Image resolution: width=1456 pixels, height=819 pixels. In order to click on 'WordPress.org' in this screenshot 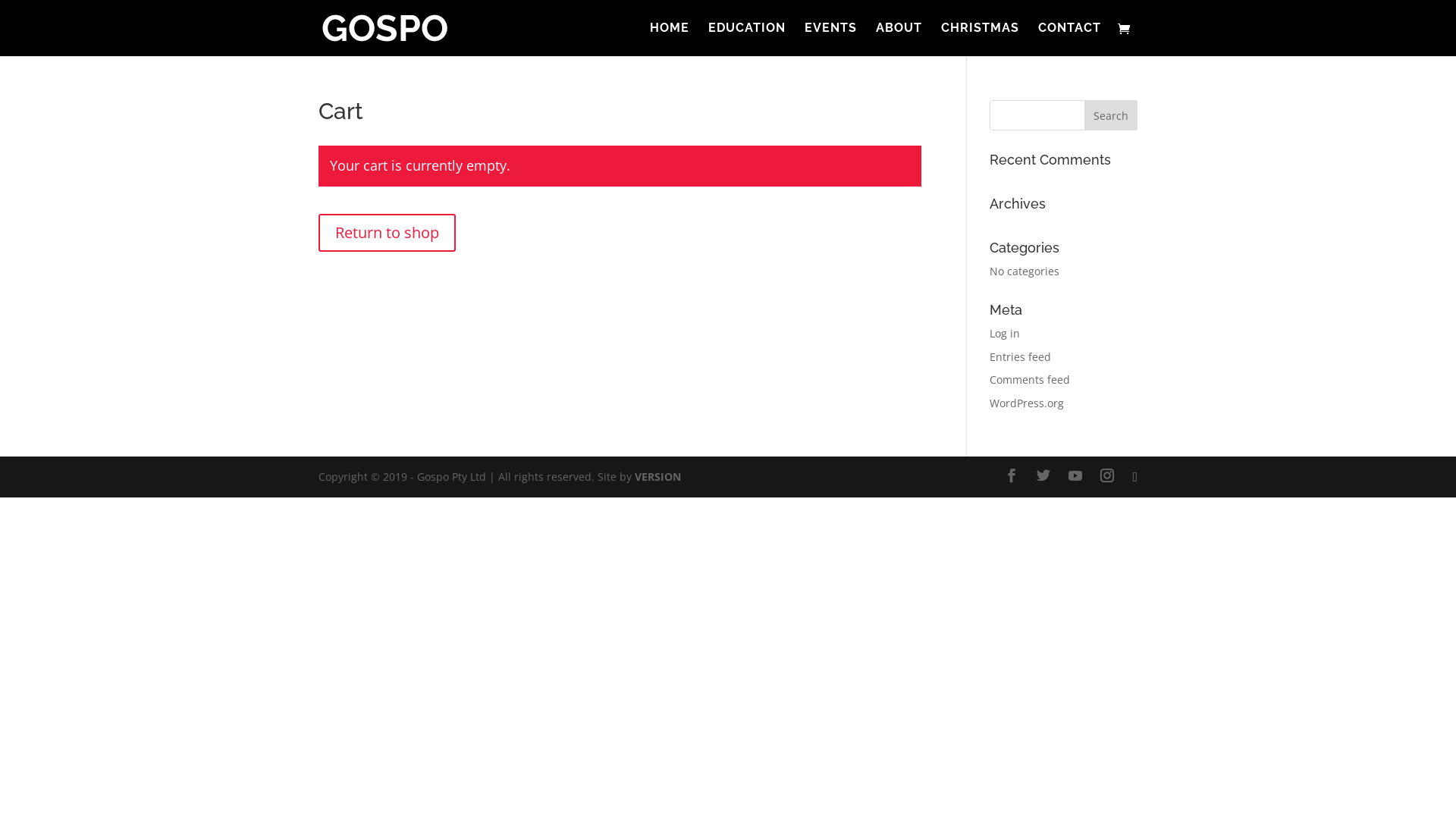, I will do `click(1026, 402)`.